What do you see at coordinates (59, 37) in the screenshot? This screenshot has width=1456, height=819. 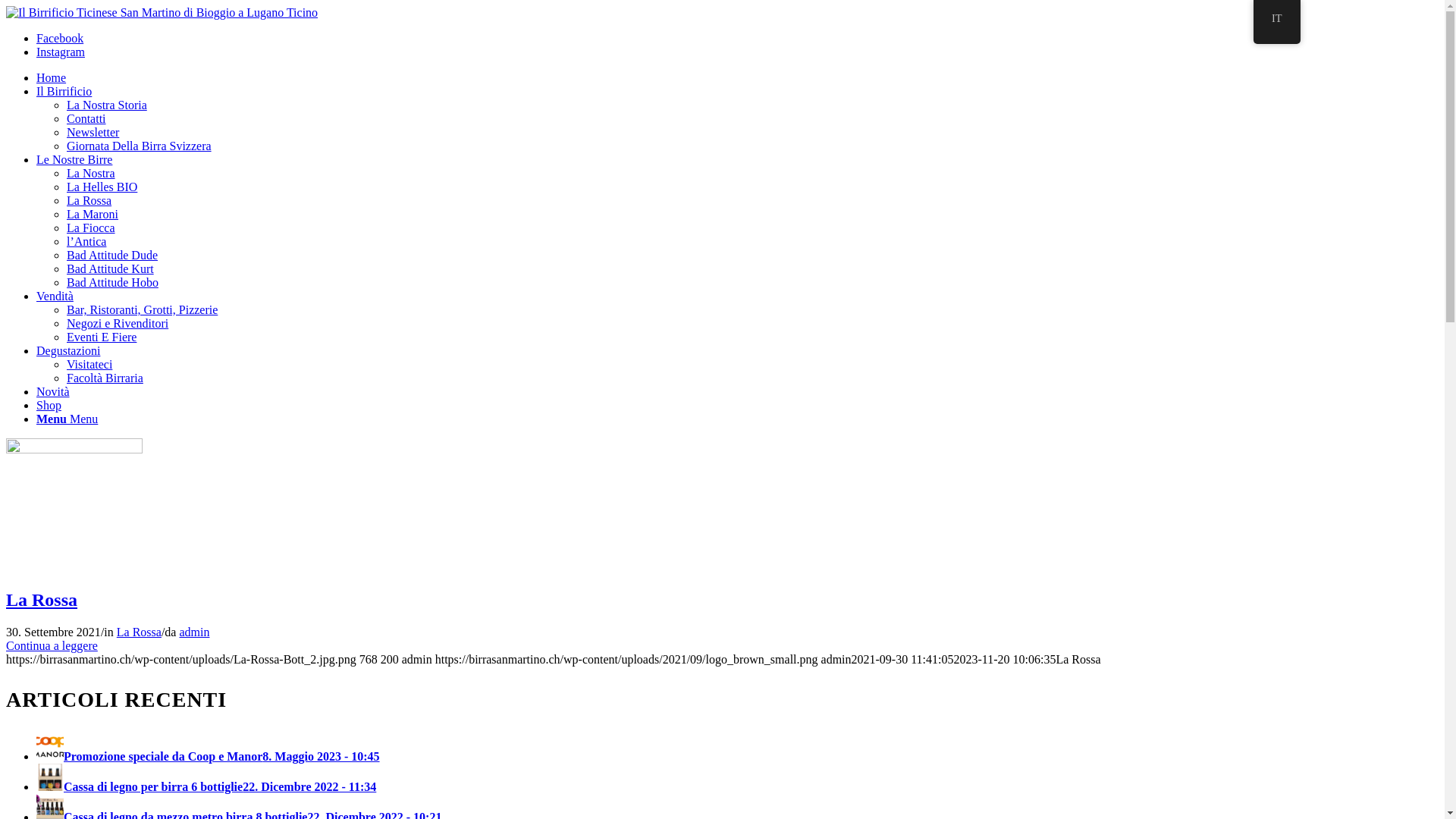 I see `'Facebook'` at bounding box center [59, 37].